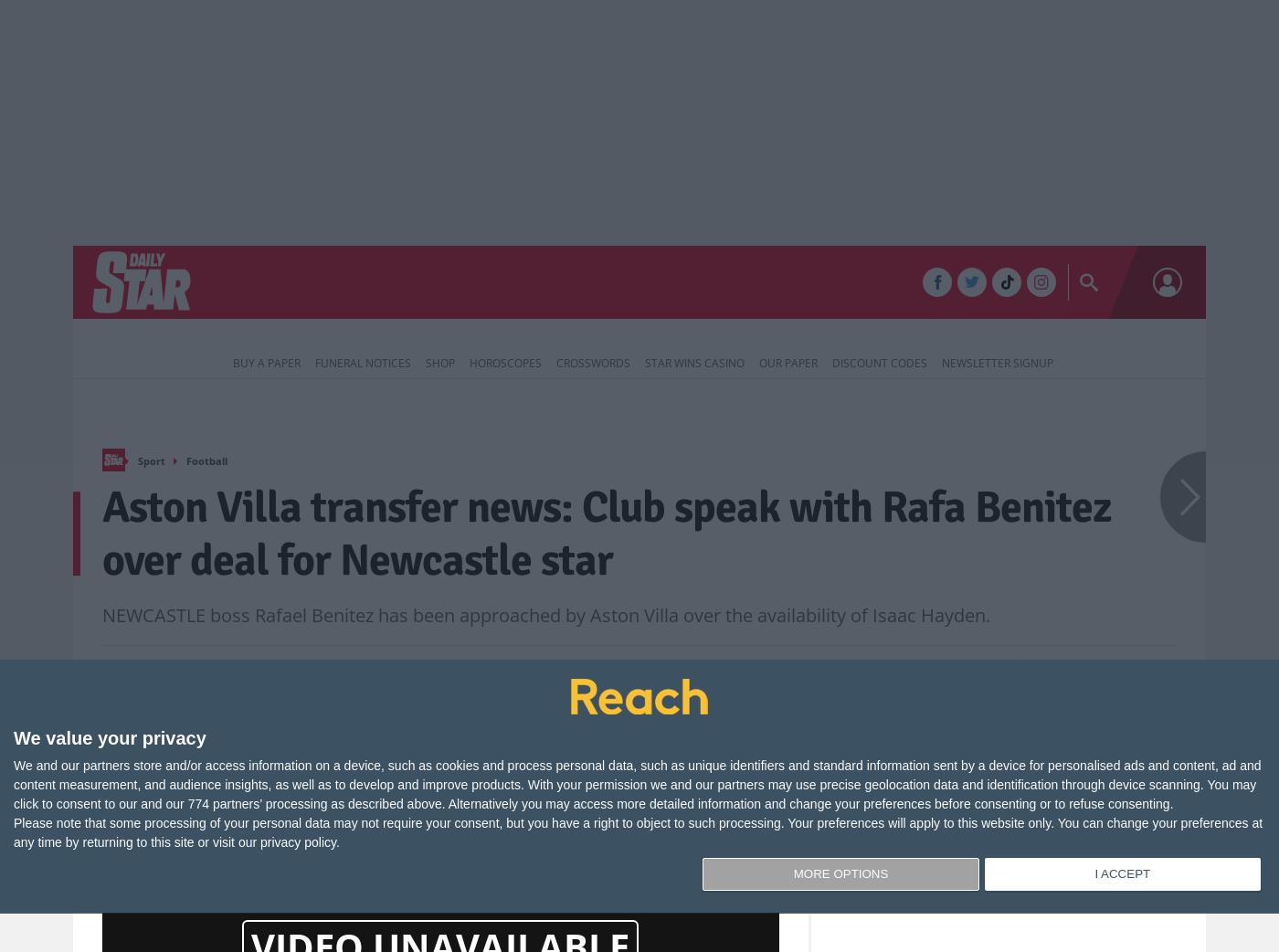  What do you see at coordinates (880, 362) in the screenshot?
I see `'Discount Codes'` at bounding box center [880, 362].